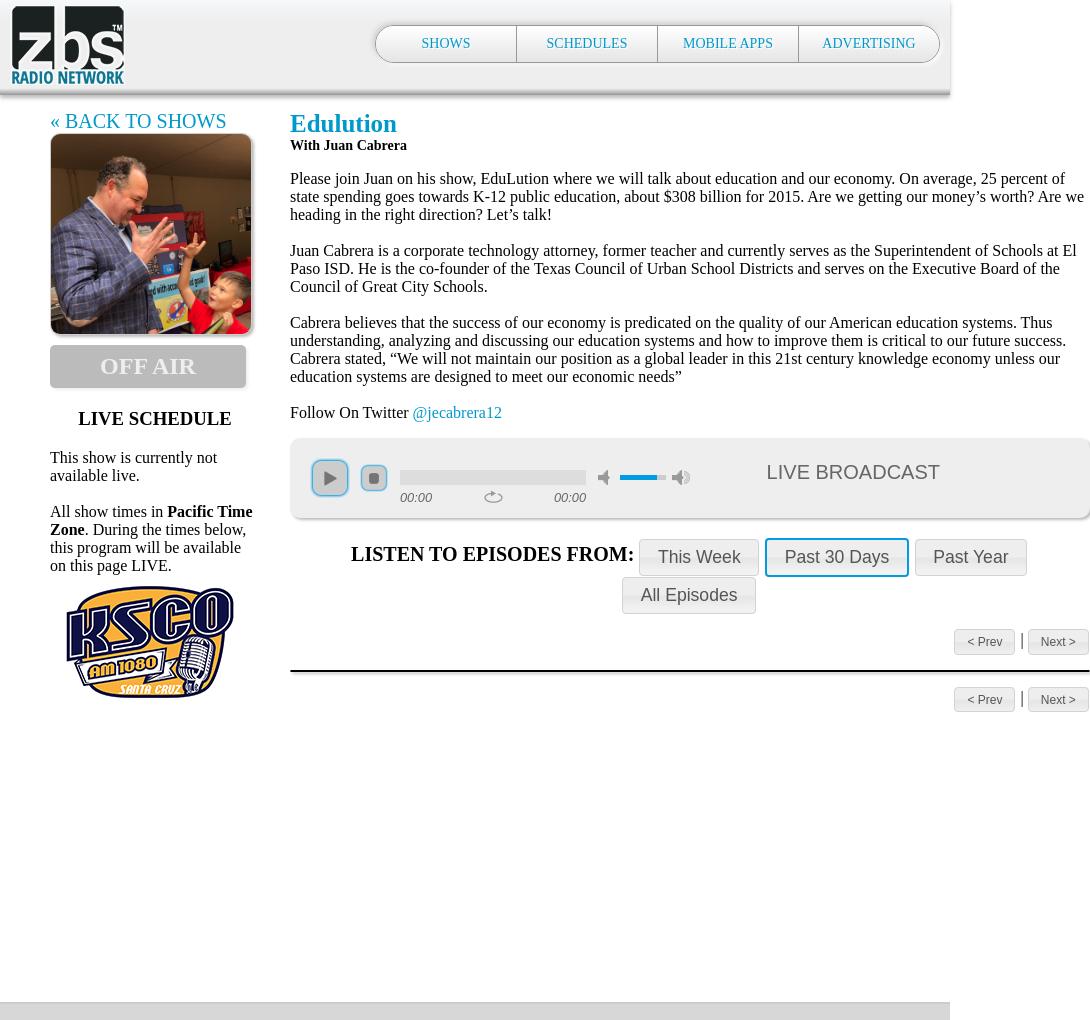 This screenshot has height=1020, width=1090. What do you see at coordinates (50, 510) in the screenshot?
I see `'All show times in'` at bounding box center [50, 510].